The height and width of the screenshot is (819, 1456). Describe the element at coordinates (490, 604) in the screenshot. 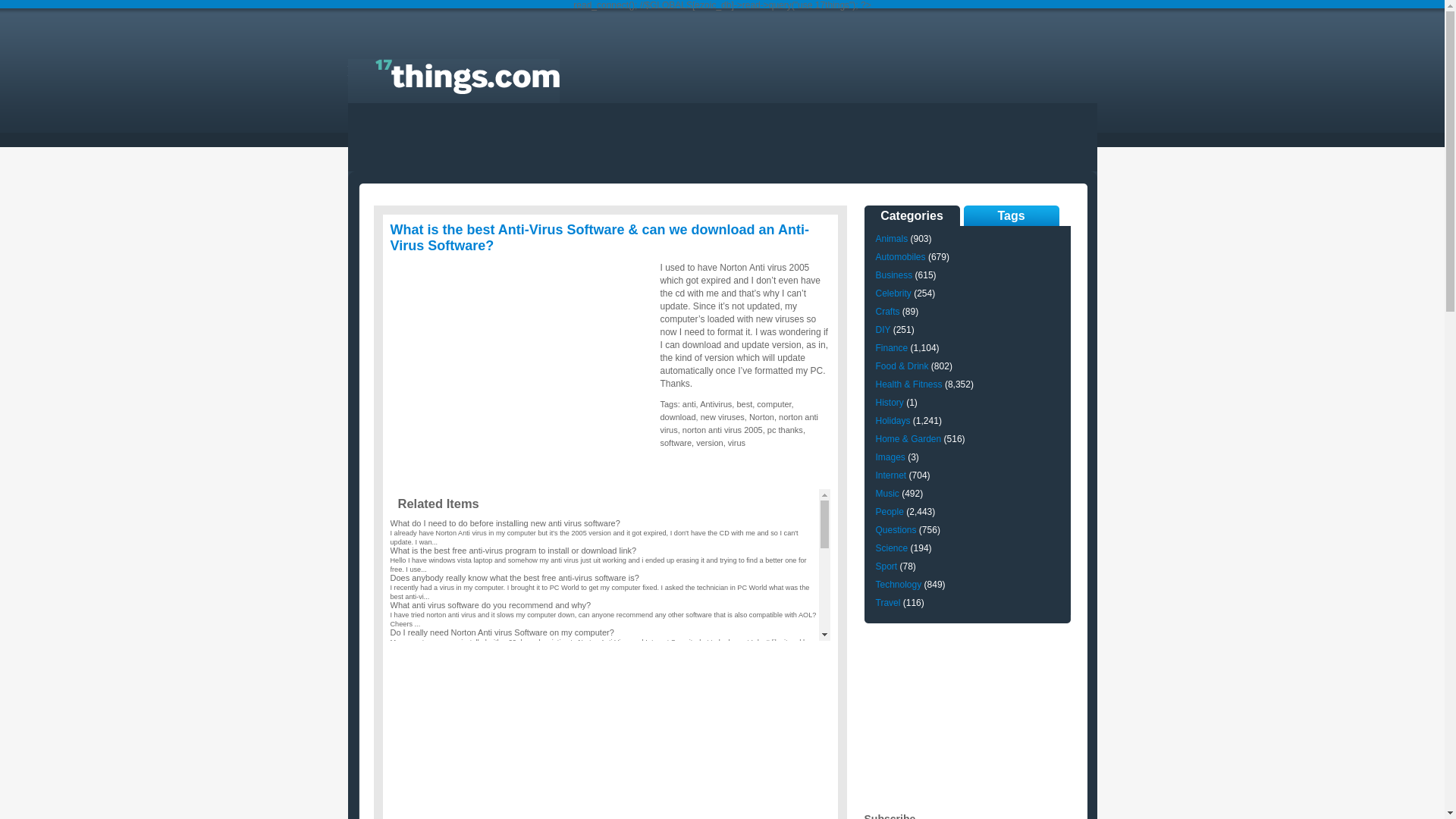

I see `'What anti virus software do you recommend and why?'` at that location.